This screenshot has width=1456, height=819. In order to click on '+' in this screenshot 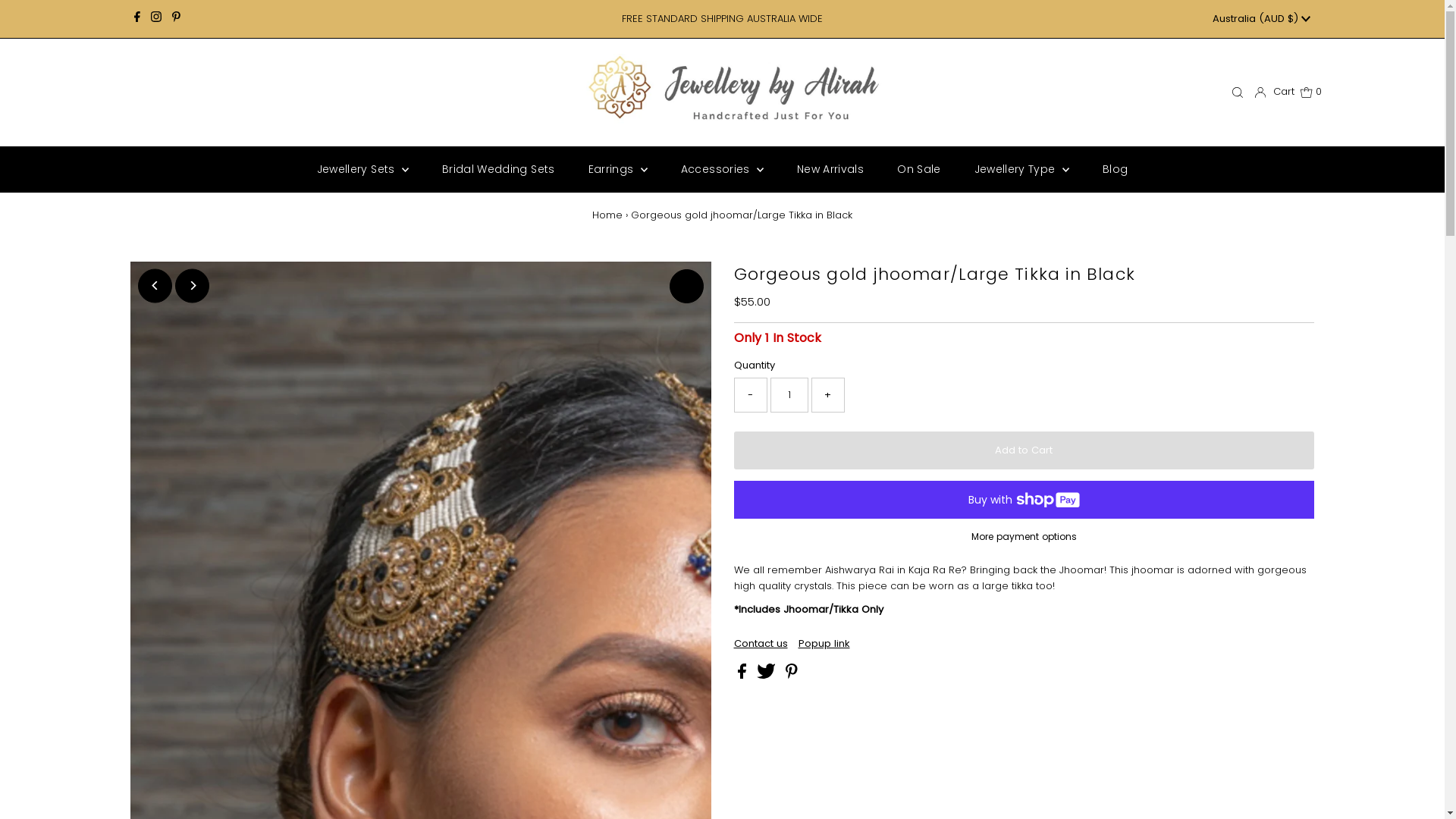, I will do `click(827, 394)`.